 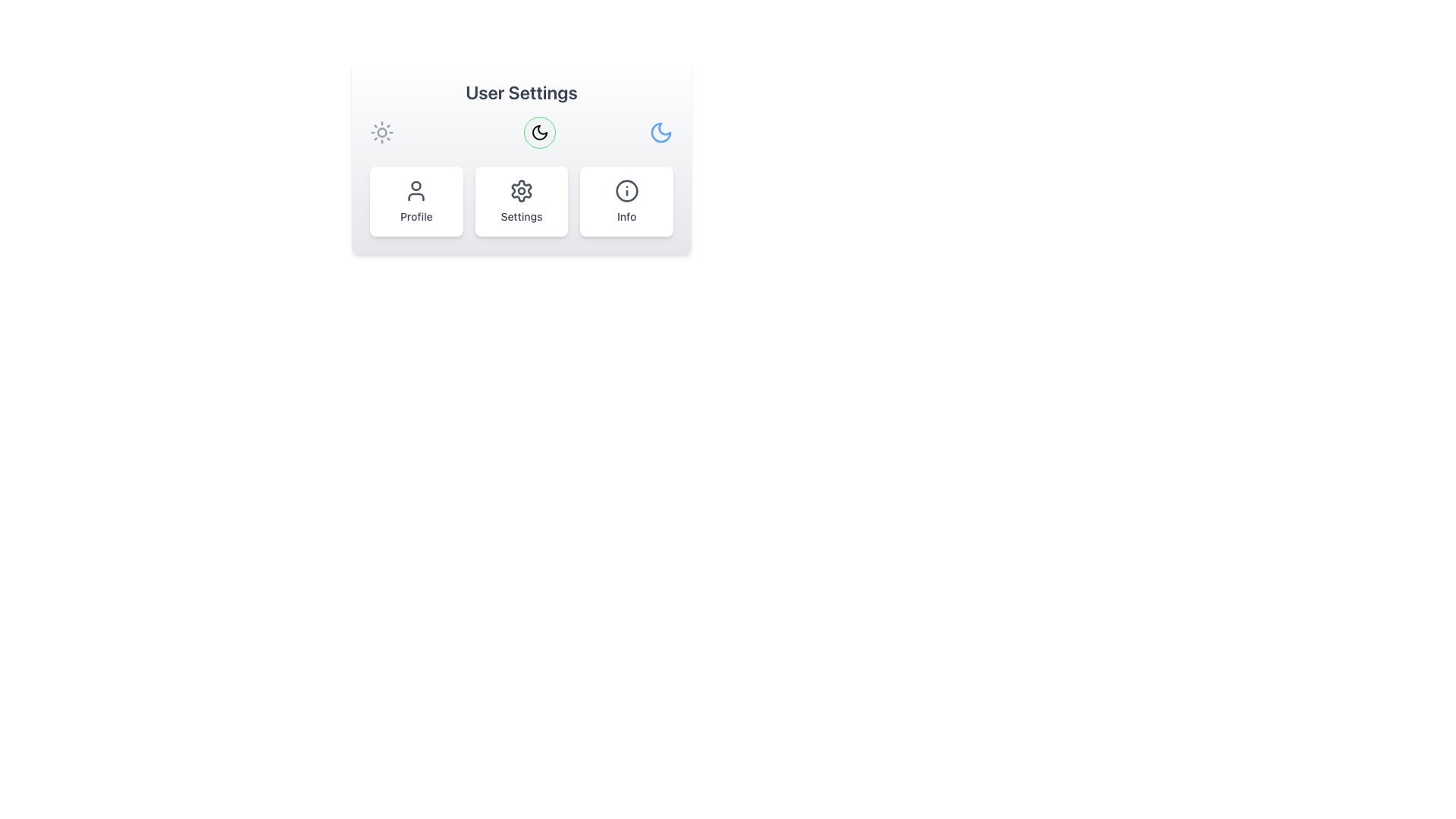 I want to click on the 'Profile' icon located in the top left corner of the segmented layout beneath 'User Settings', so click(x=416, y=190).